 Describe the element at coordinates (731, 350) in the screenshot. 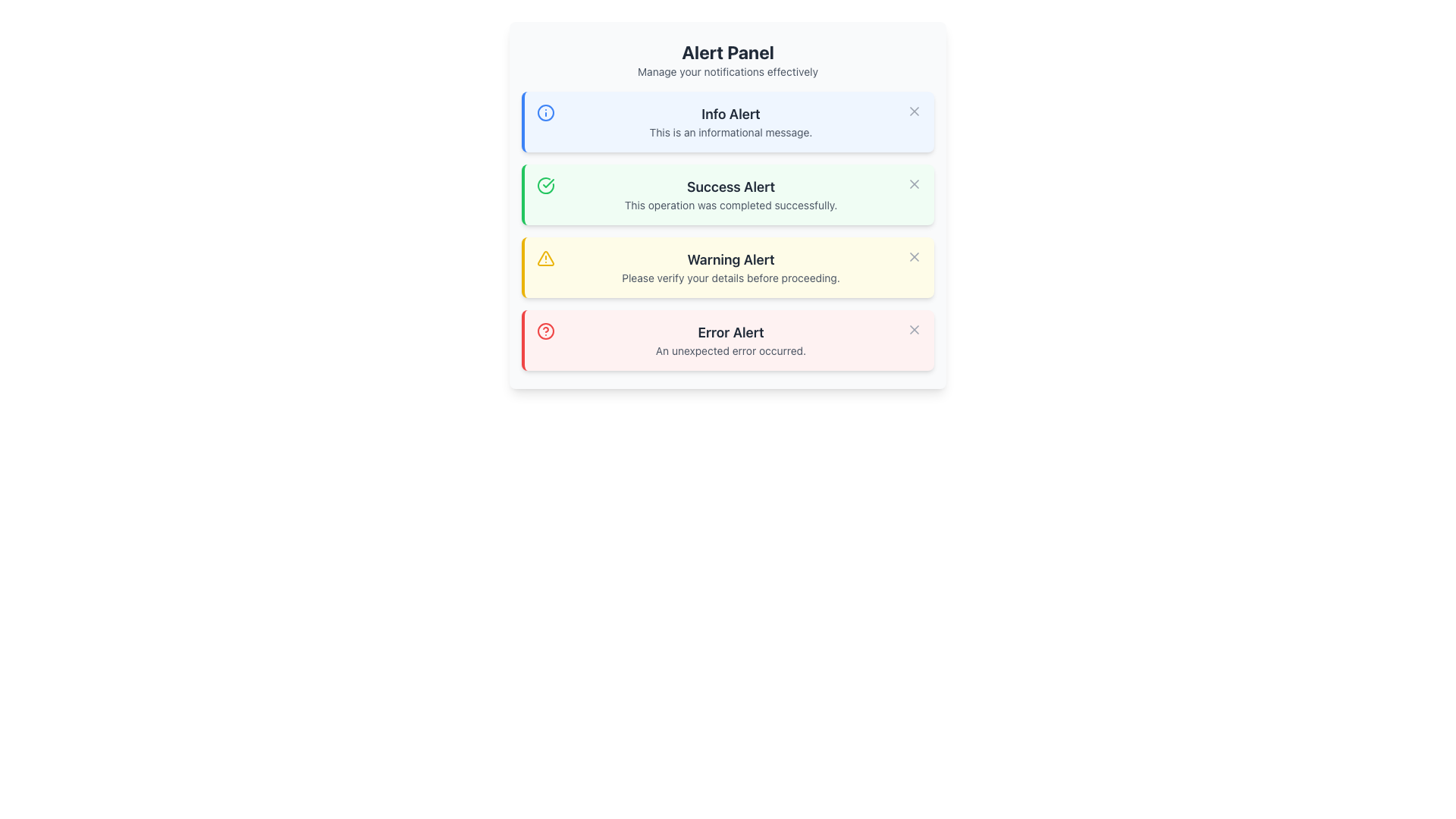

I see `the static text that informs users about an error, located at the bottom of the 'Error Alert' notification component, centered horizontally below the title 'Error Alert'` at that location.